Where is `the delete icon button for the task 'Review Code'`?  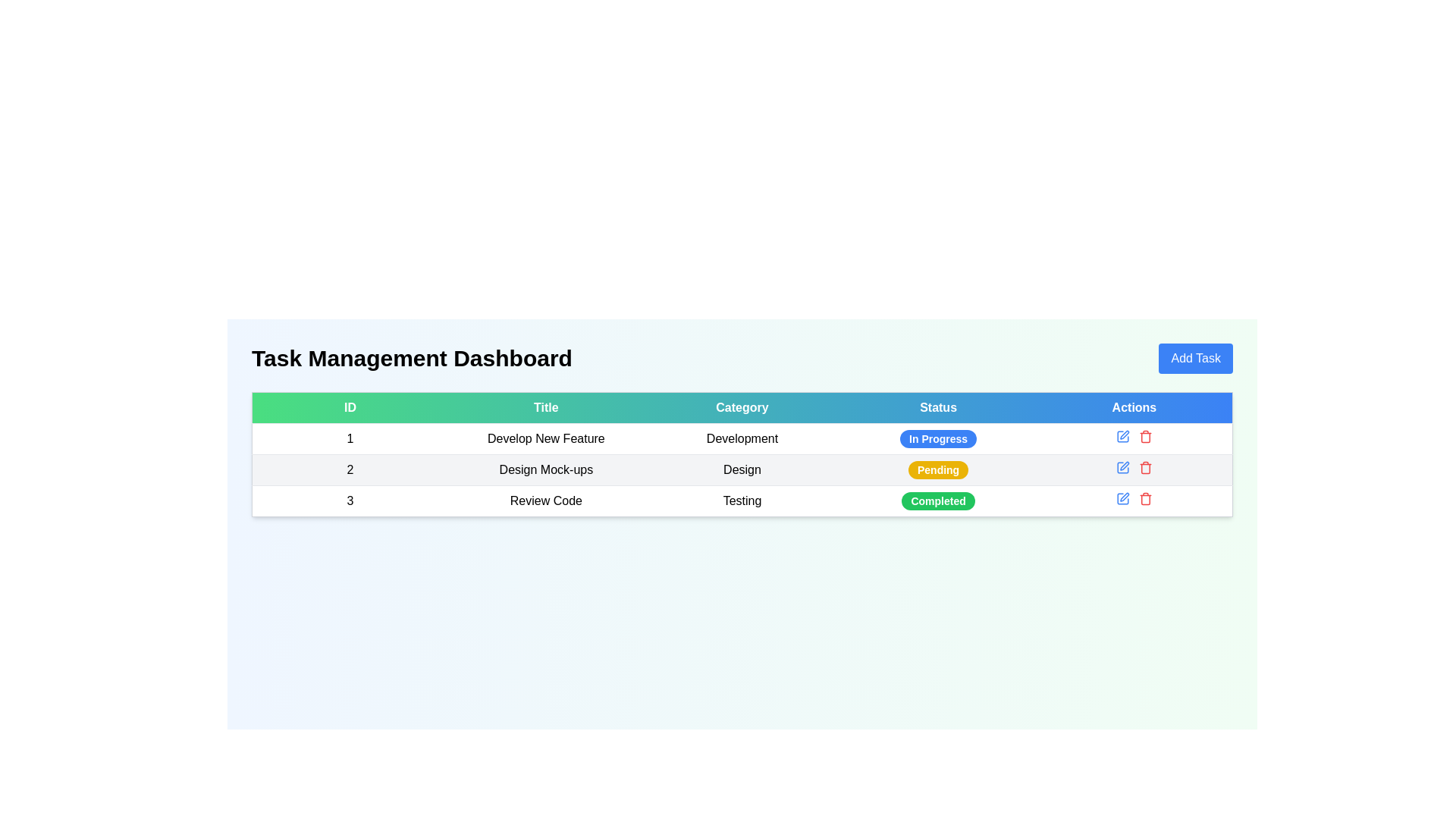
the delete icon button for the task 'Review Code' is located at coordinates (1145, 499).